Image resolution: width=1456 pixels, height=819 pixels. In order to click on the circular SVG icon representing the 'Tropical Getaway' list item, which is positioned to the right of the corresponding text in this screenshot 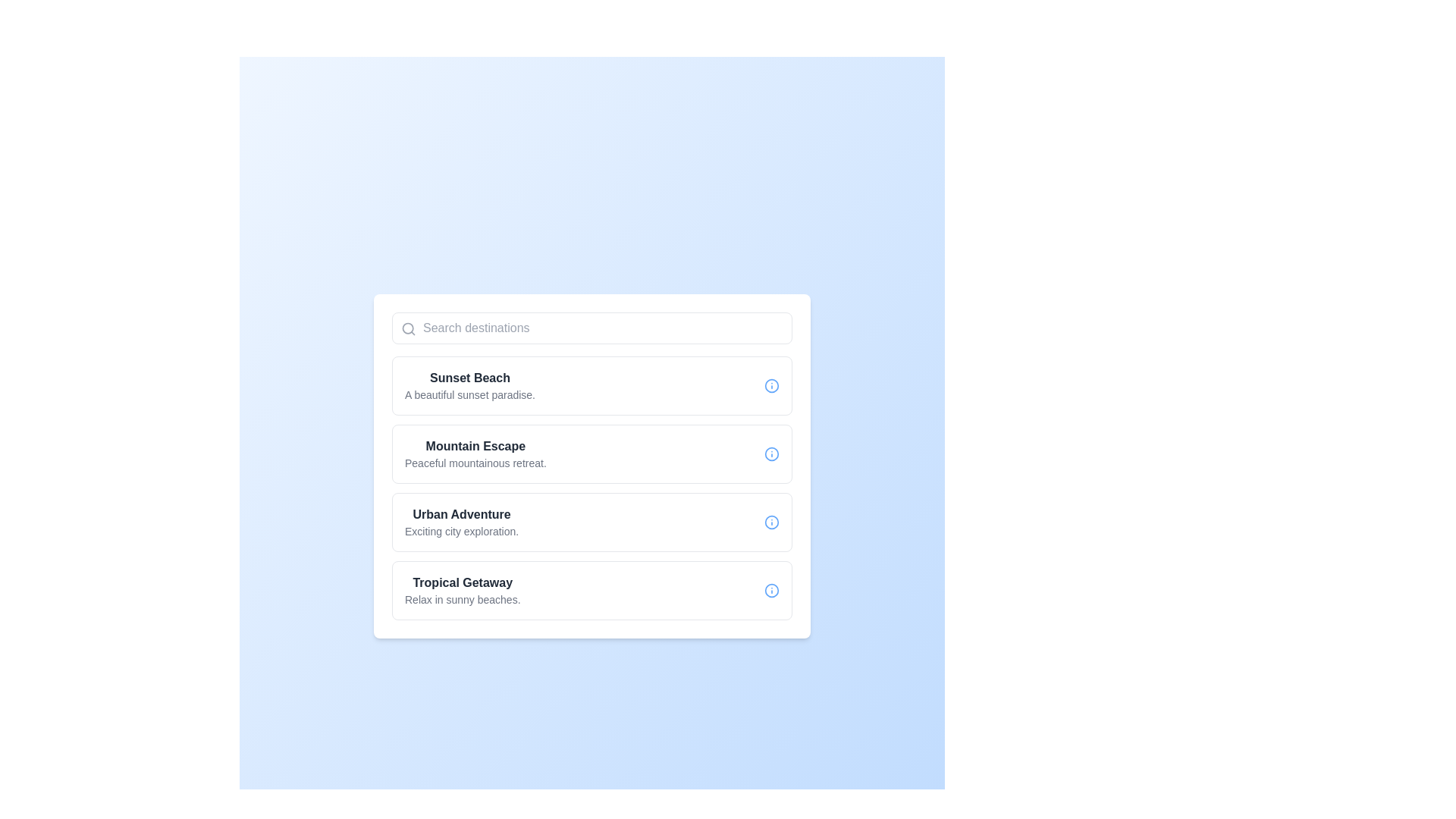, I will do `click(771, 590)`.